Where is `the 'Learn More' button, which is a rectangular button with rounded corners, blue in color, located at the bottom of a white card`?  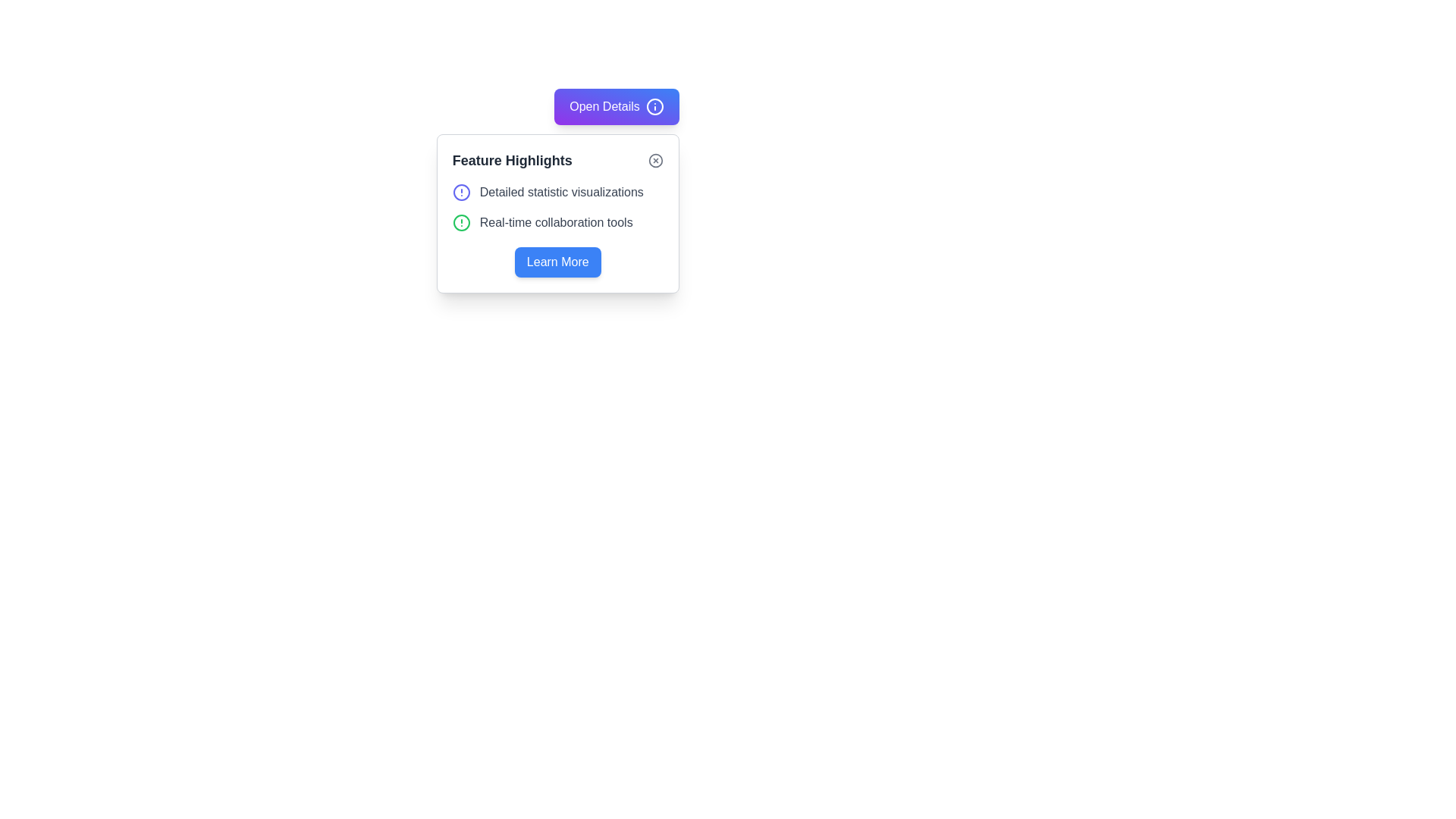
the 'Learn More' button, which is a rectangular button with rounded corners, blue in color, located at the bottom of a white card is located at coordinates (557, 262).